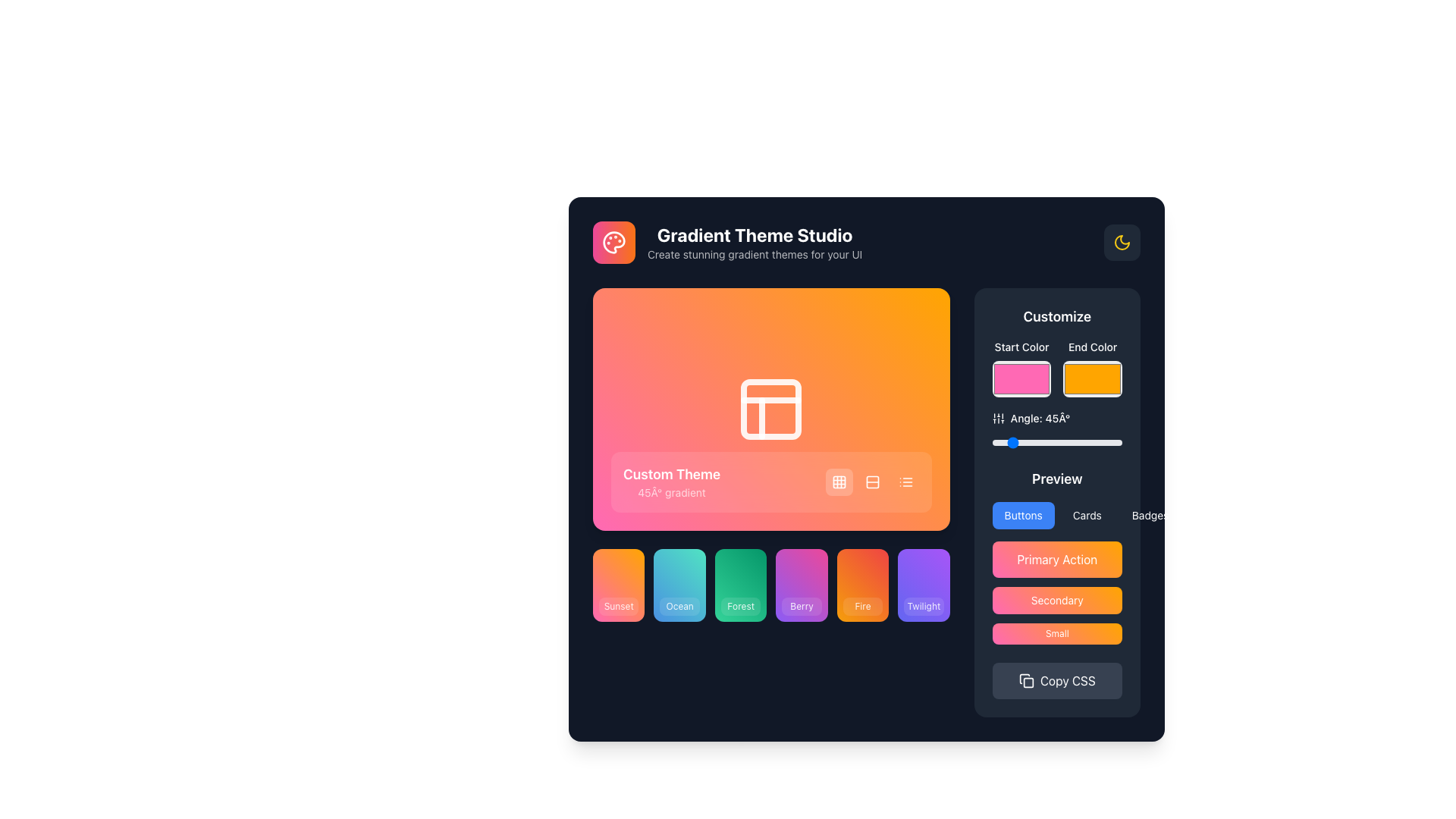 This screenshot has height=819, width=1456. I want to click on the text label reading 'End Color' in the 'Customize' section, positioned at the top right of the interface, so click(1093, 347).